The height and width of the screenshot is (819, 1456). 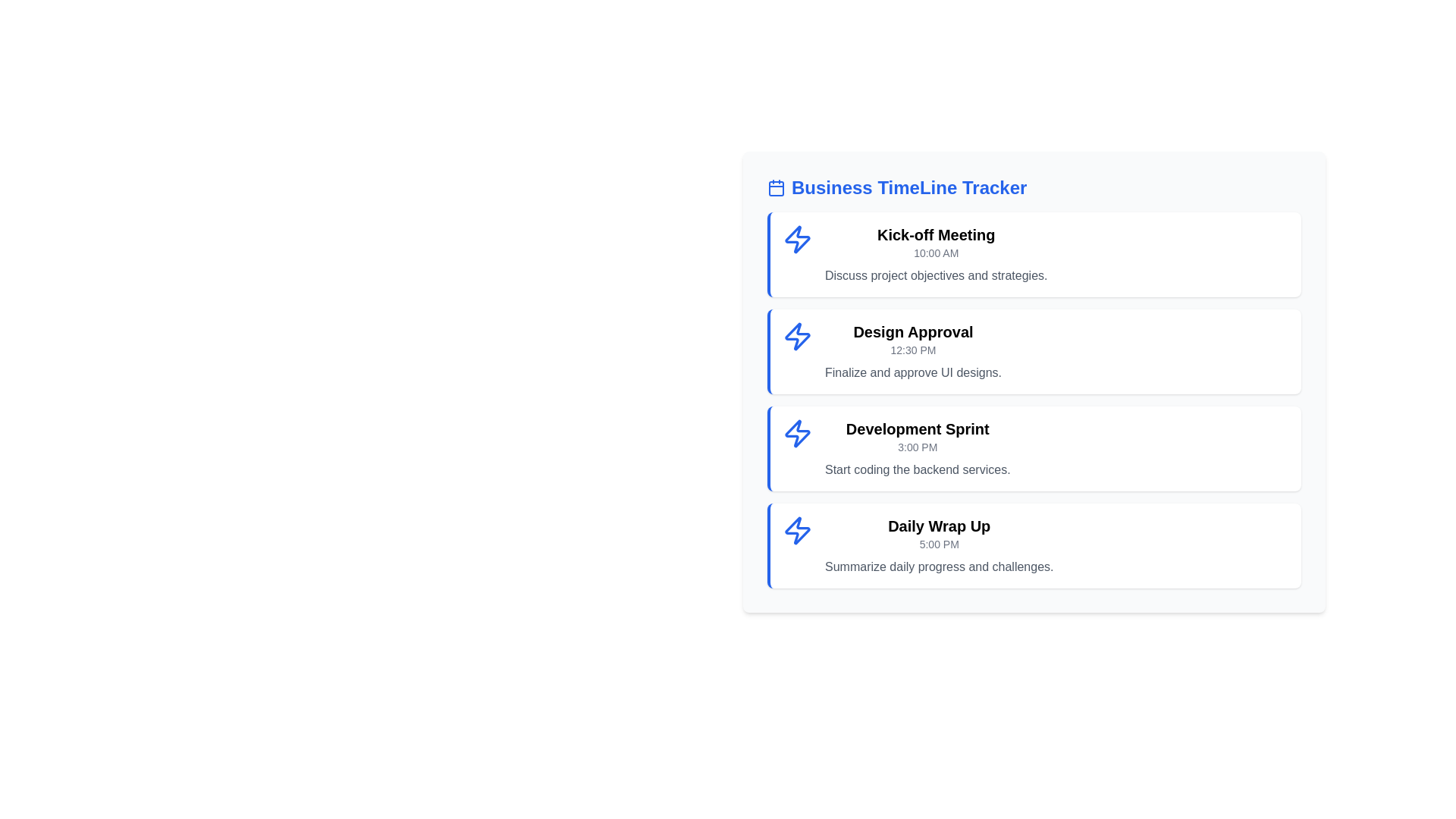 I want to click on the second item in the 'Business TimeLine Tracker' list, which displays a scheduled task or event with its title, timestamp, and description, so click(x=912, y=351).